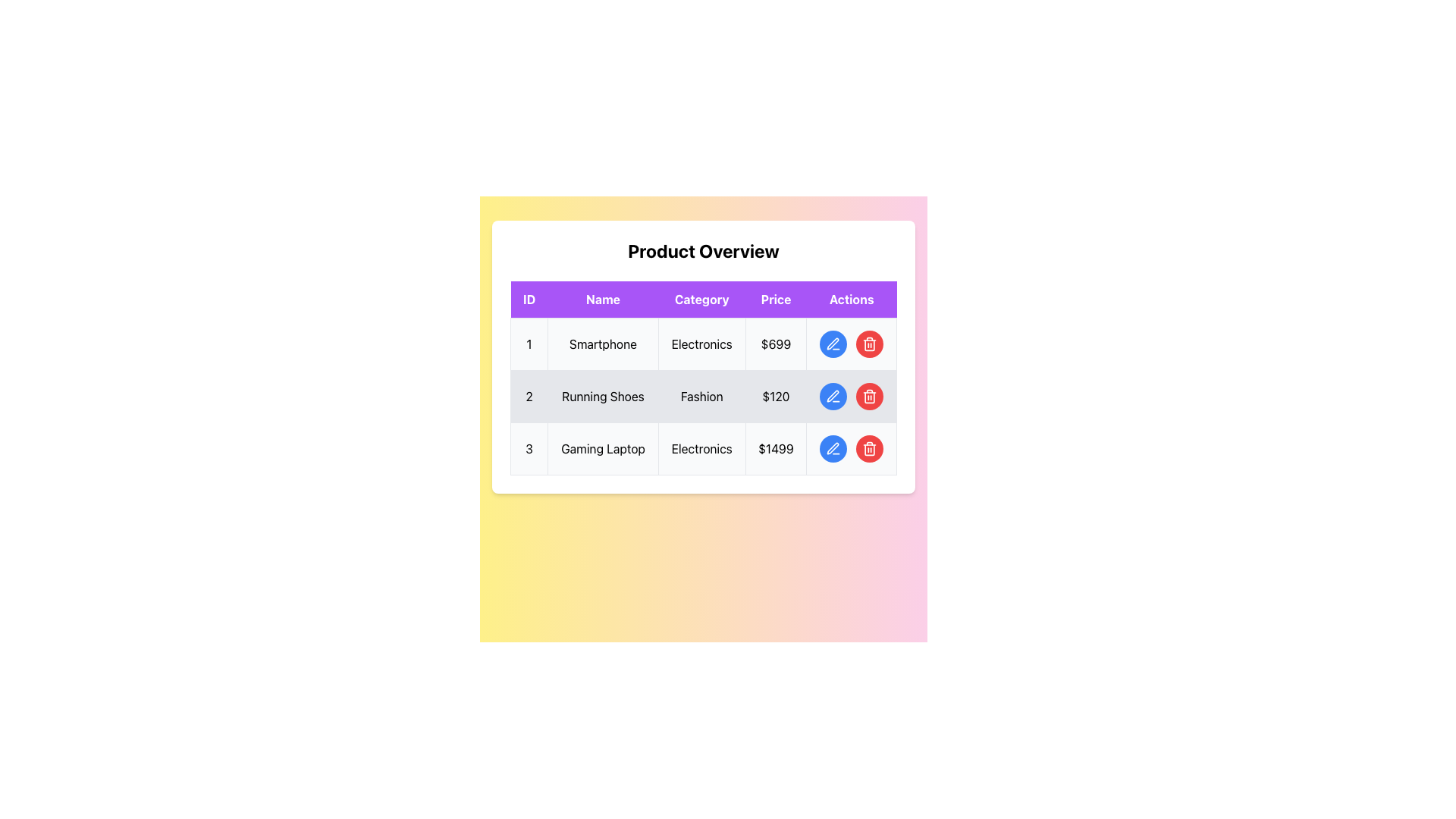 The height and width of the screenshot is (819, 1456). Describe the element at coordinates (529, 396) in the screenshot. I see `the non-interactive text label that identifies the second entry in the table under the 'ID' column` at that location.